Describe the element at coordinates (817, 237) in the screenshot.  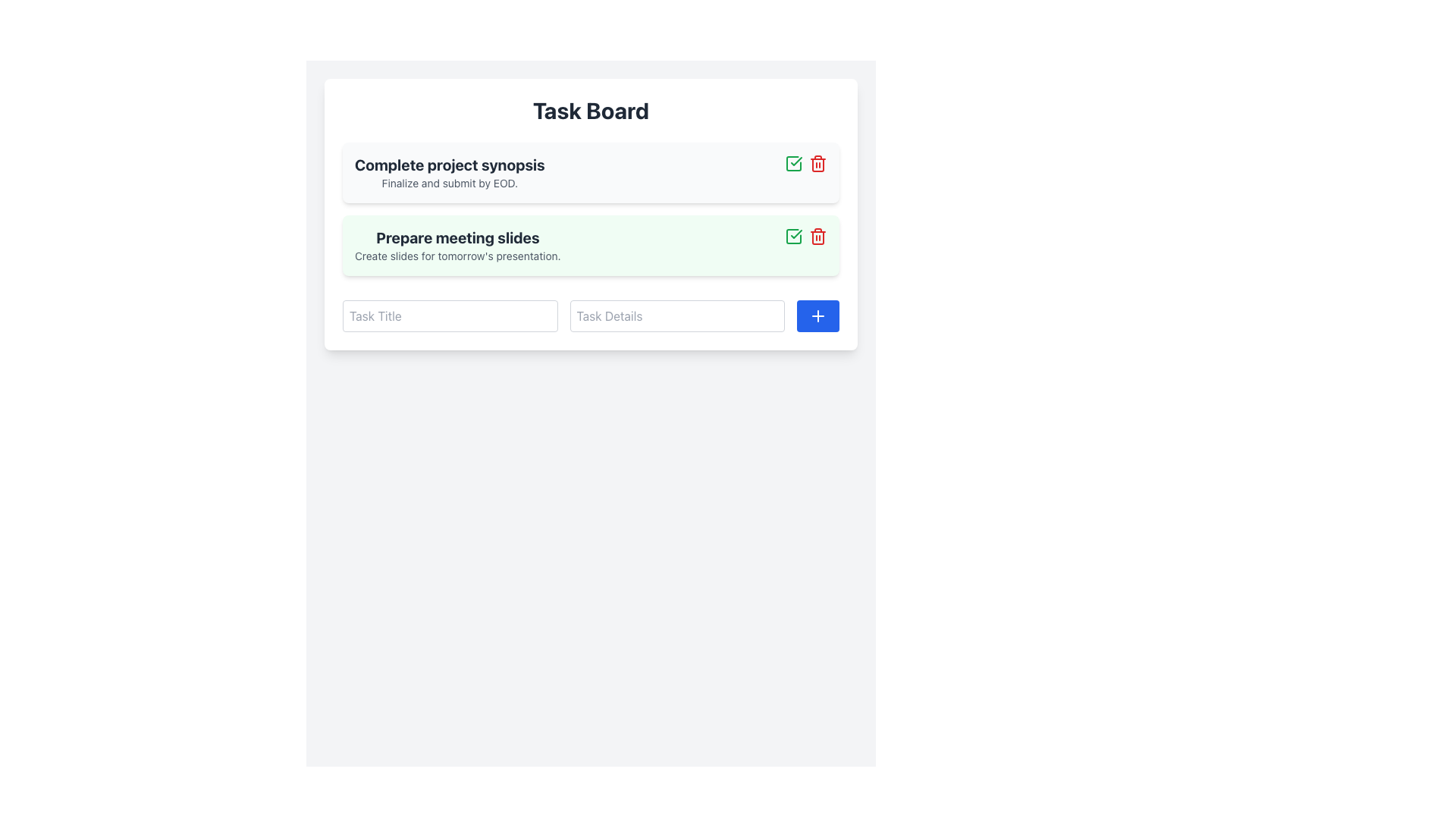
I see `the delete button associated with the second task entry on the task board` at that location.